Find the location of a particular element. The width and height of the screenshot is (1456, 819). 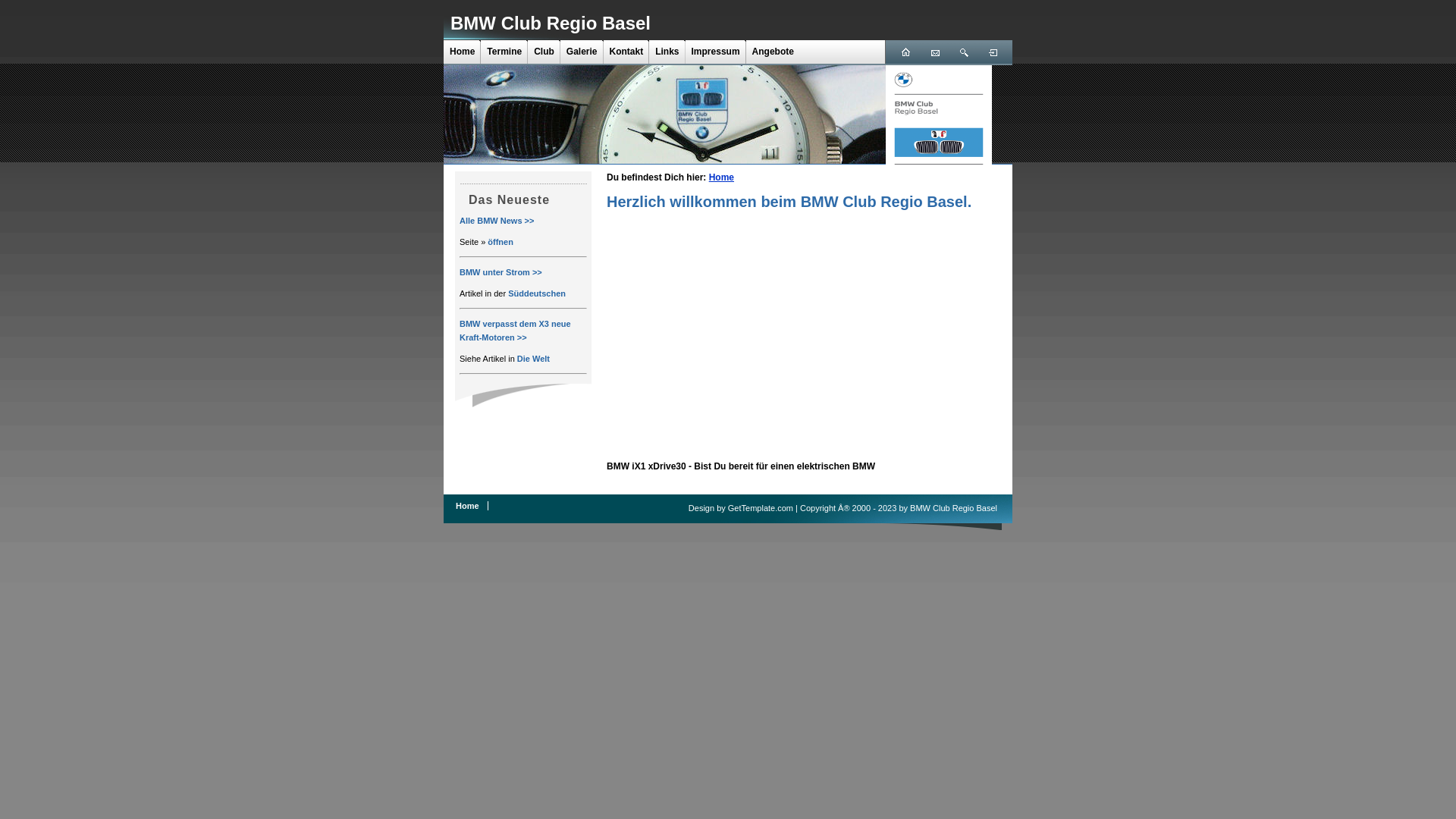

'not found: kopf-.jpg' is located at coordinates (664, 113).